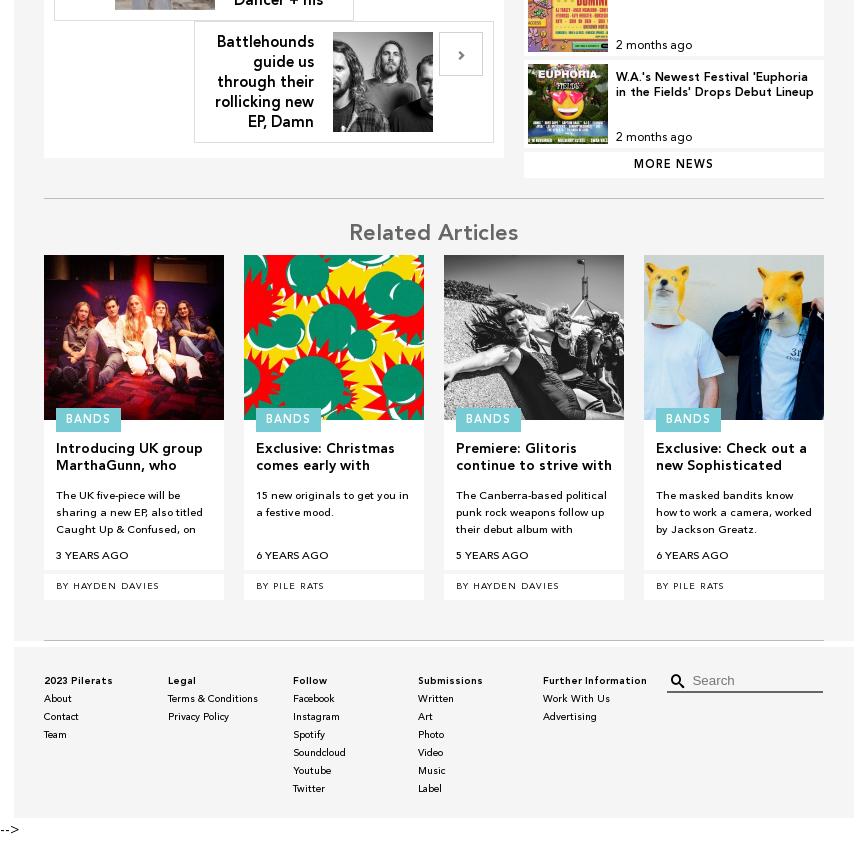 The height and width of the screenshot is (842, 867). What do you see at coordinates (308, 789) in the screenshot?
I see `'Twitter'` at bounding box center [308, 789].